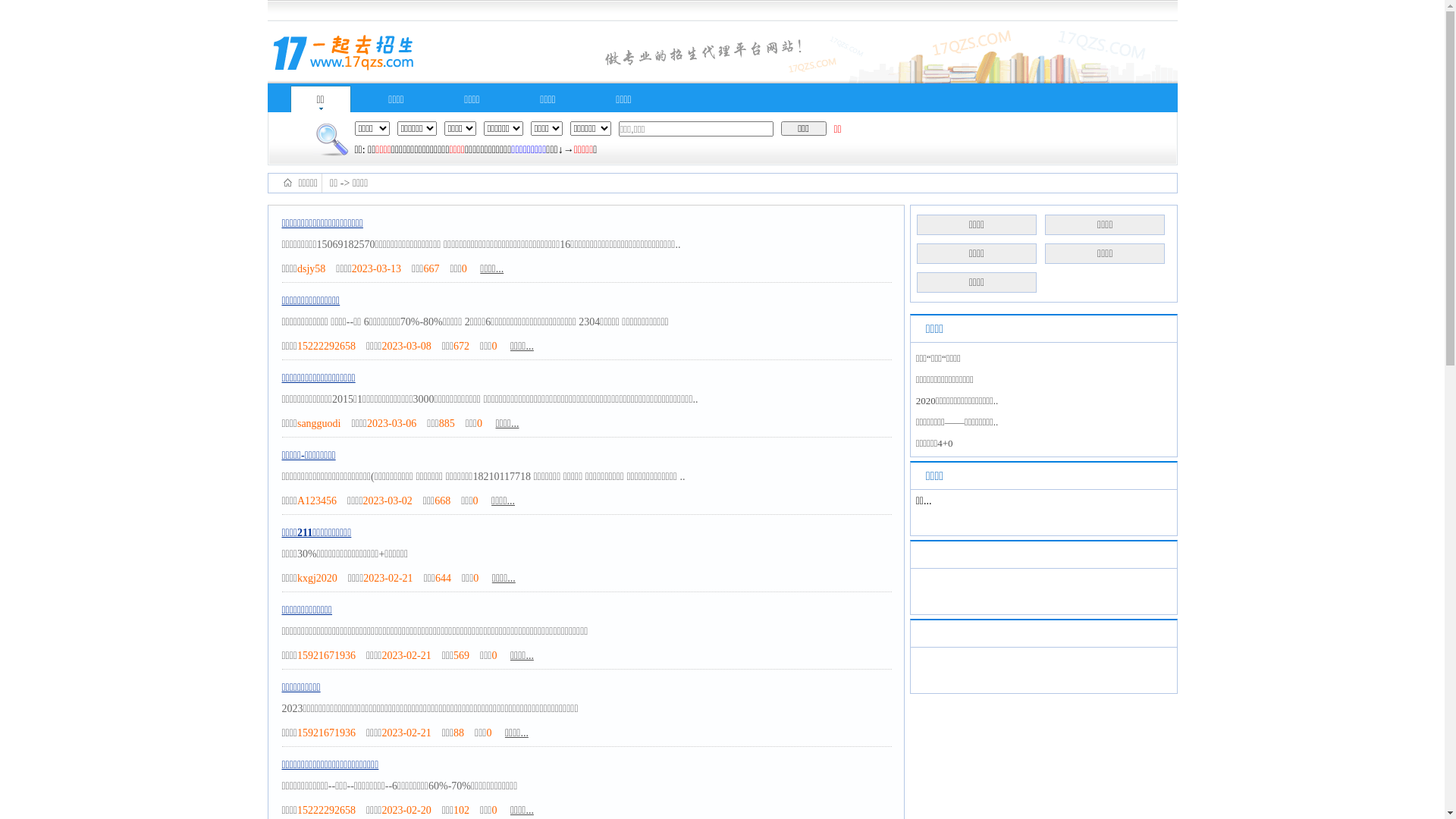 This screenshot has width=1456, height=819. What do you see at coordinates (310, 268) in the screenshot?
I see `'dsjy58'` at bounding box center [310, 268].